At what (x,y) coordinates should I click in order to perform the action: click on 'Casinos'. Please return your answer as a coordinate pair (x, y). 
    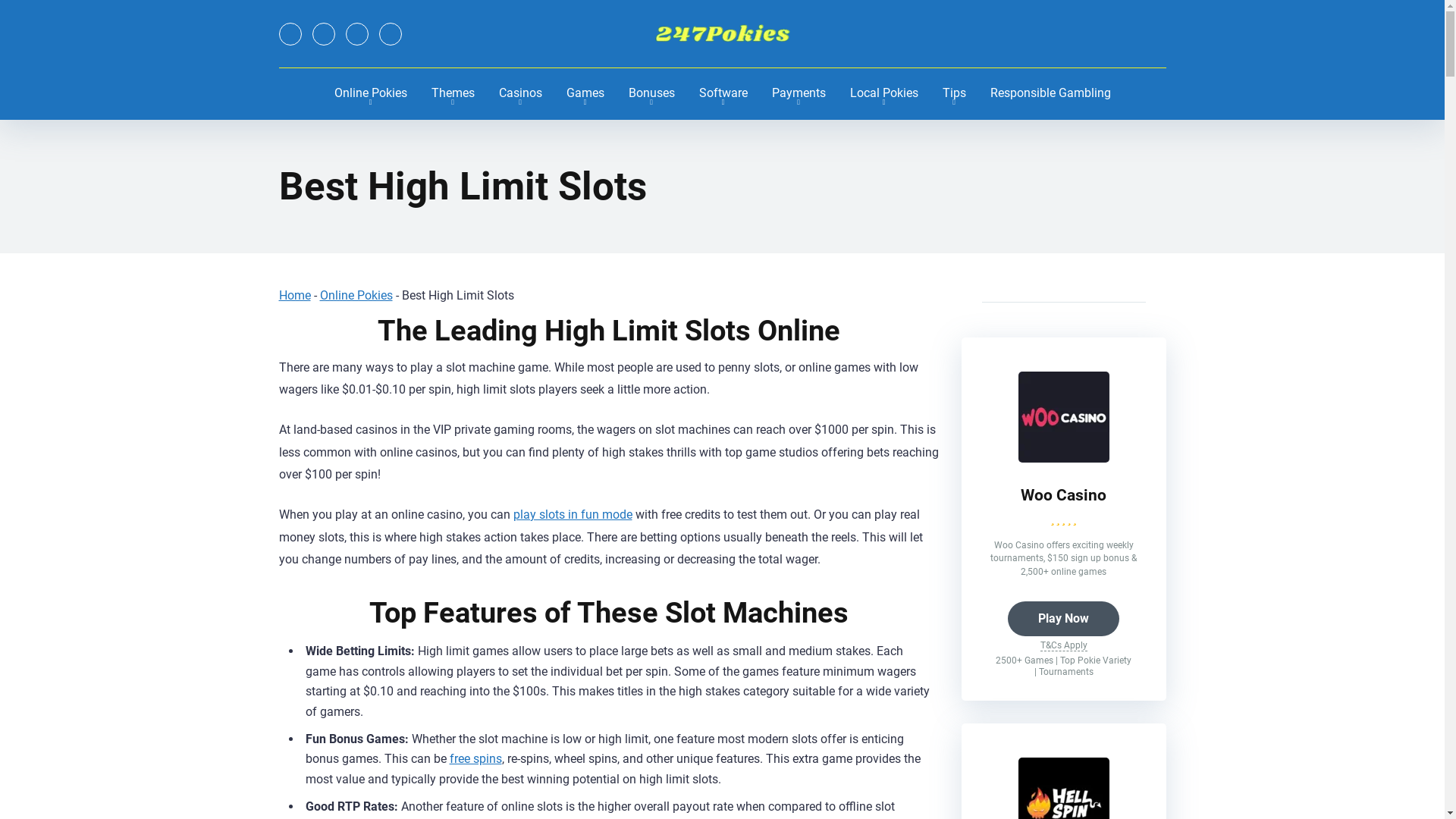
    Looking at the image, I should click on (520, 93).